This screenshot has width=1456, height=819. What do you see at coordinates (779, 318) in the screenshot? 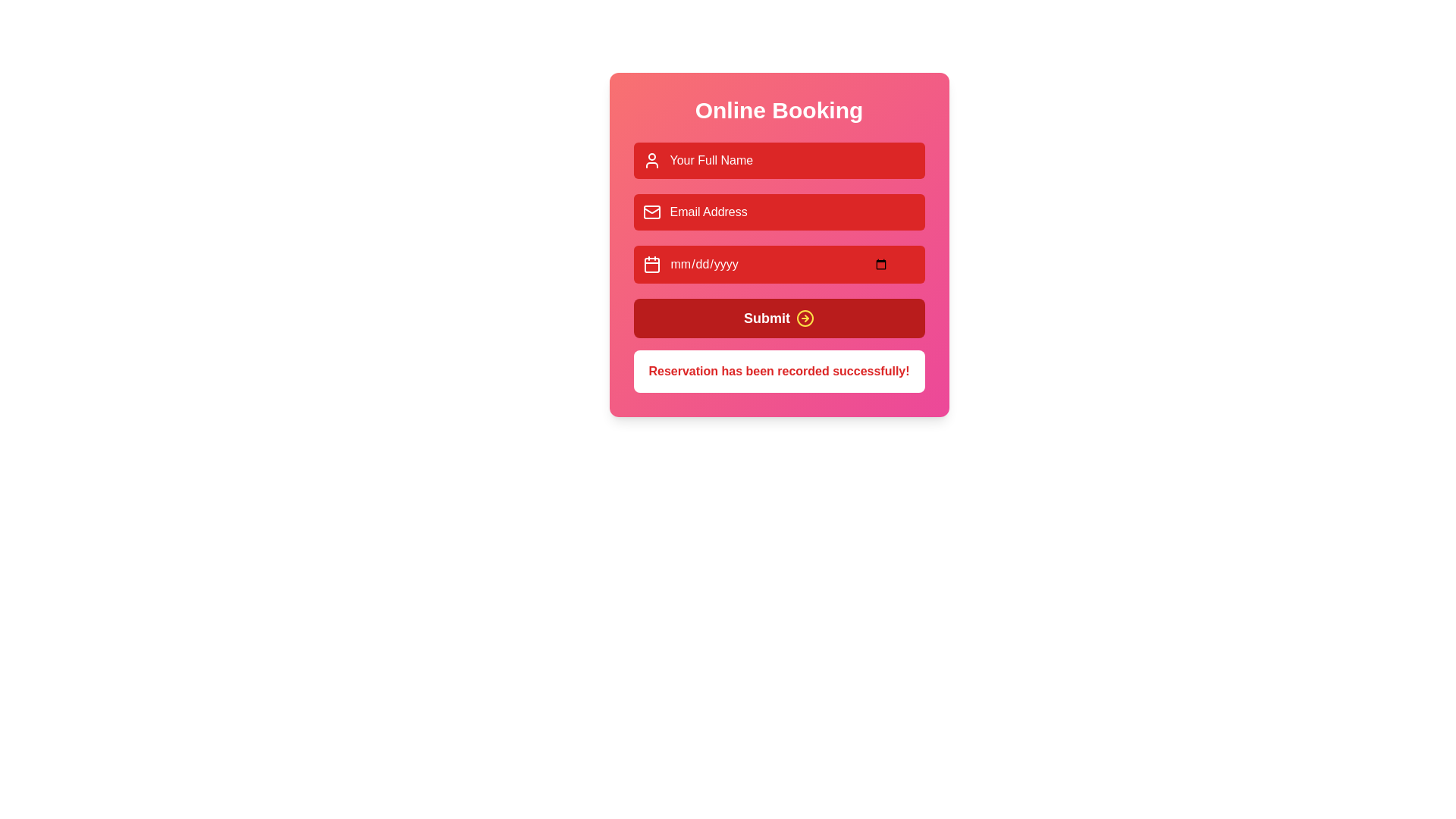
I see `the rectangular red 'Submit' button with white bold text` at bounding box center [779, 318].